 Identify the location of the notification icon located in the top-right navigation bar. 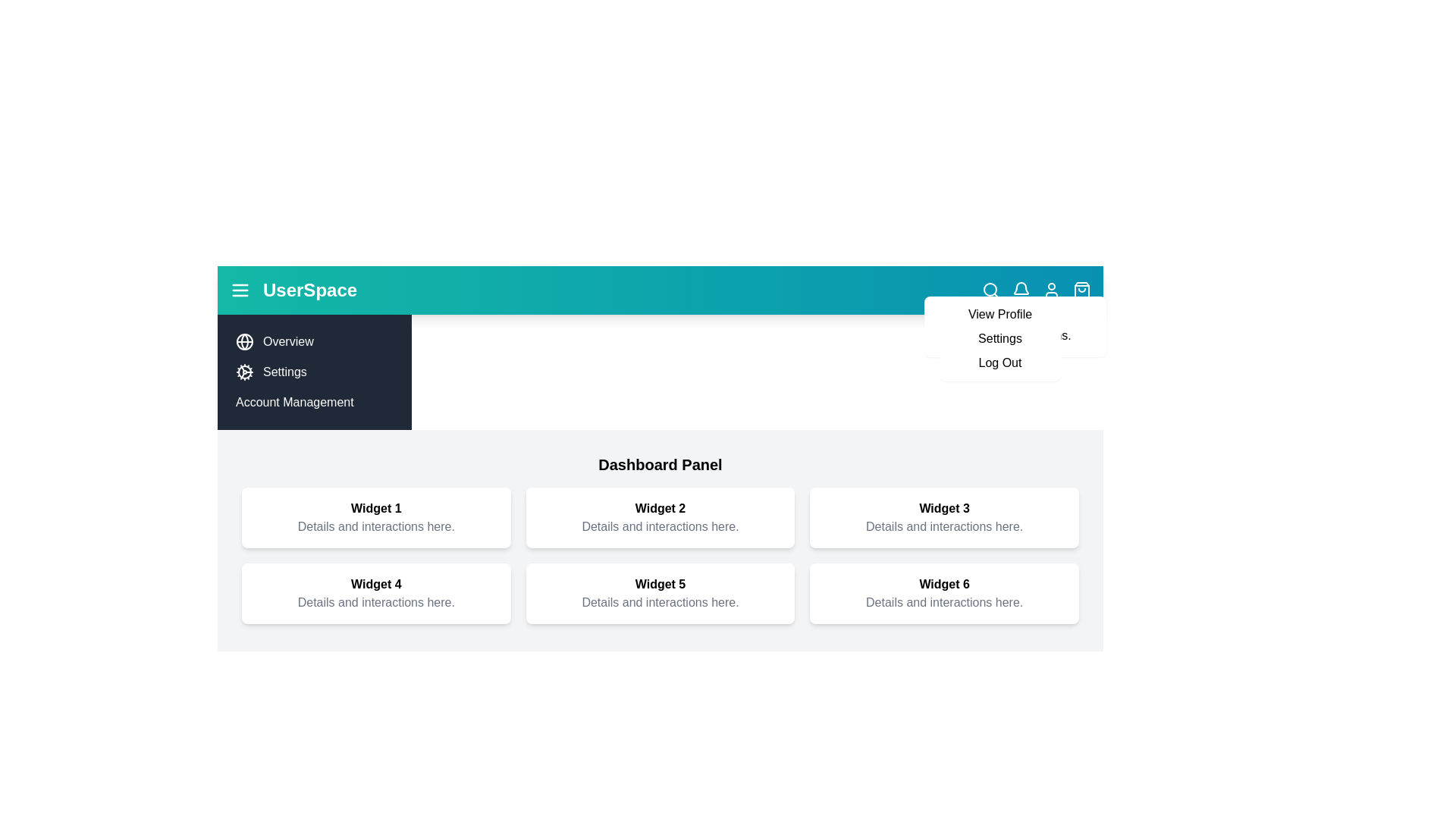
(1021, 290).